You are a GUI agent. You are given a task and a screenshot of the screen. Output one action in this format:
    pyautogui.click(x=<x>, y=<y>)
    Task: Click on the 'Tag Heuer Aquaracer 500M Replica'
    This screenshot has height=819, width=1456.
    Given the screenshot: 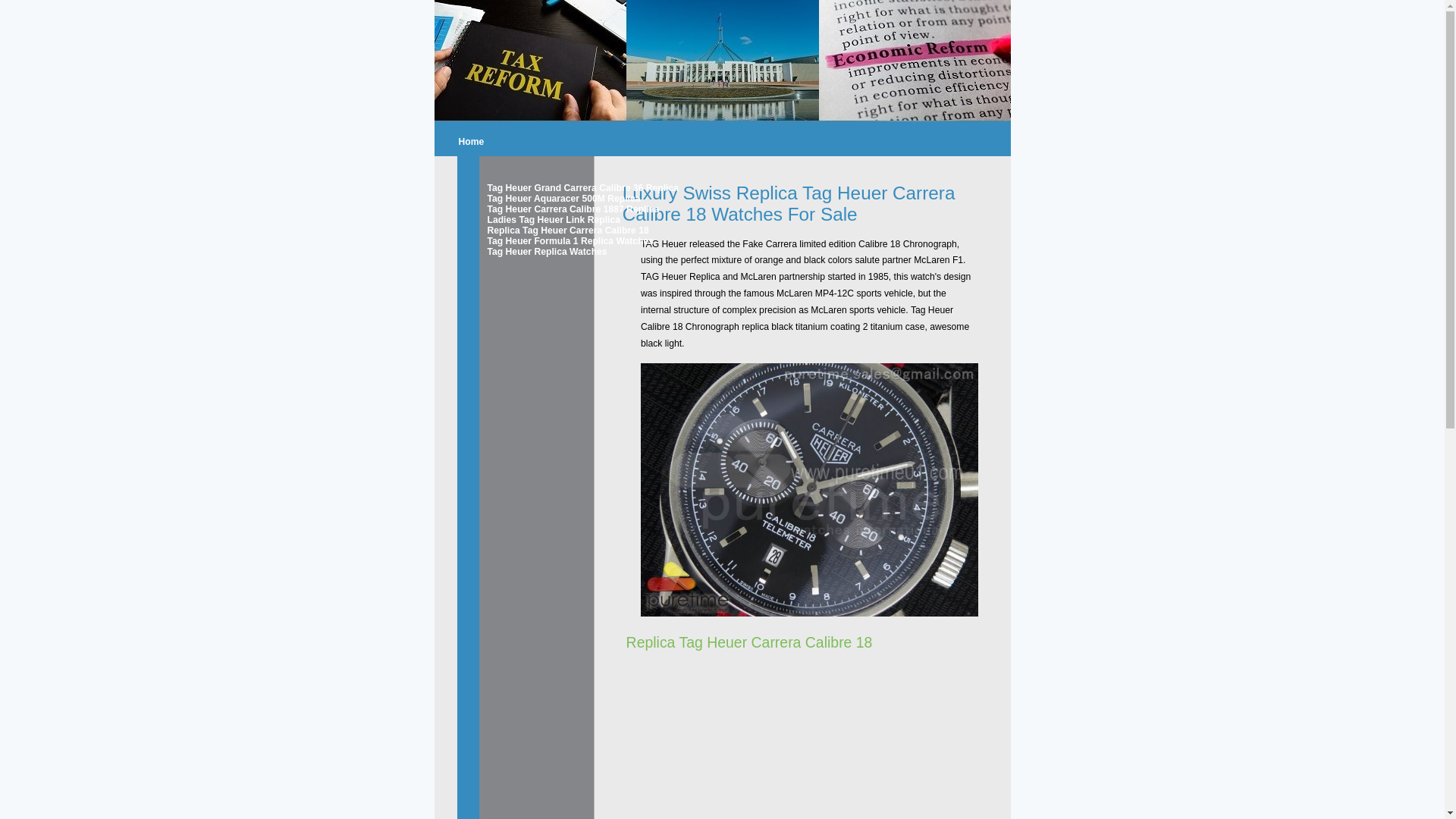 What is the action you would take?
    pyautogui.click(x=539, y=198)
    